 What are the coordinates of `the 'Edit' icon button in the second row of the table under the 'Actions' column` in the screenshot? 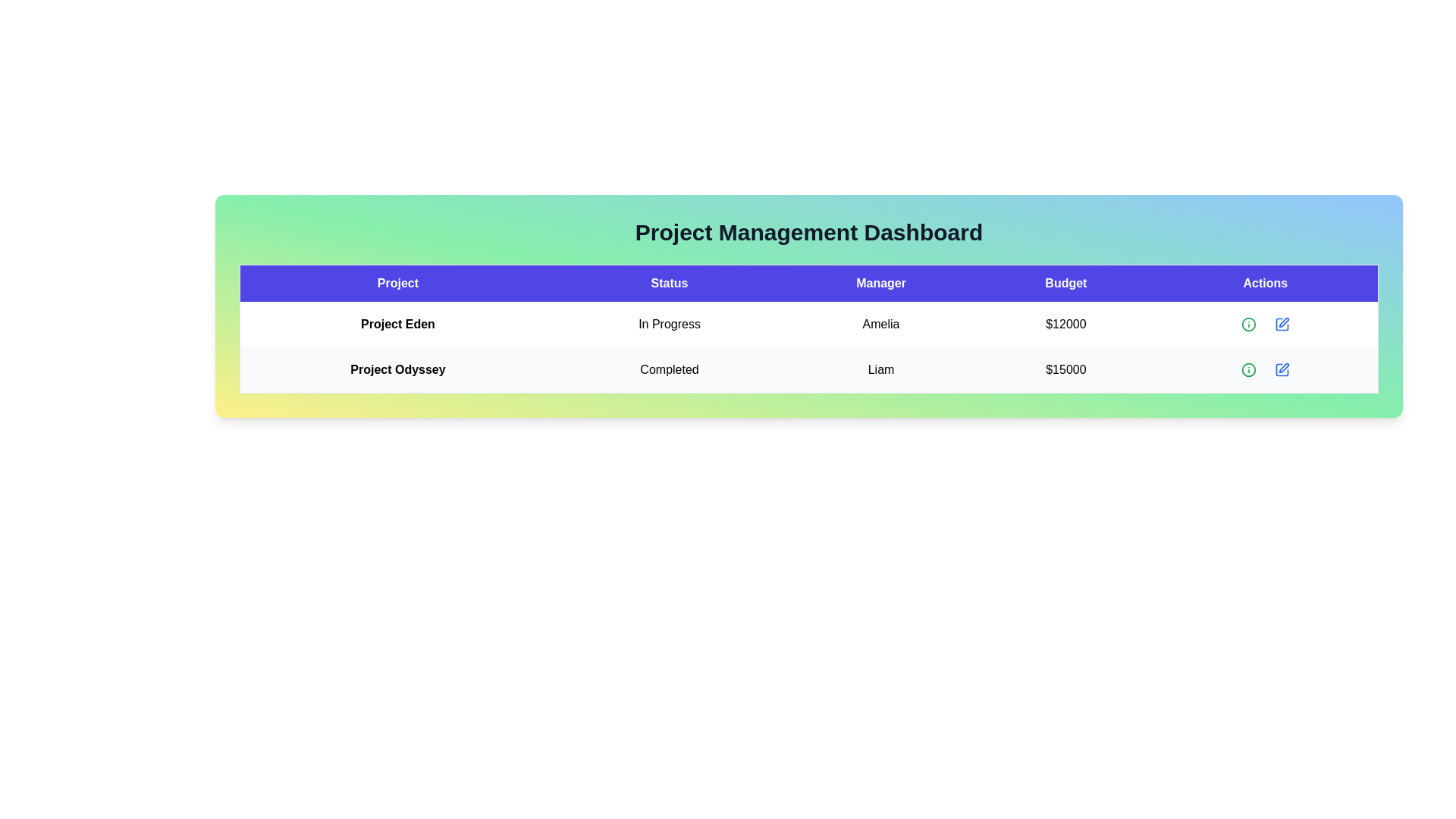 It's located at (1281, 370).